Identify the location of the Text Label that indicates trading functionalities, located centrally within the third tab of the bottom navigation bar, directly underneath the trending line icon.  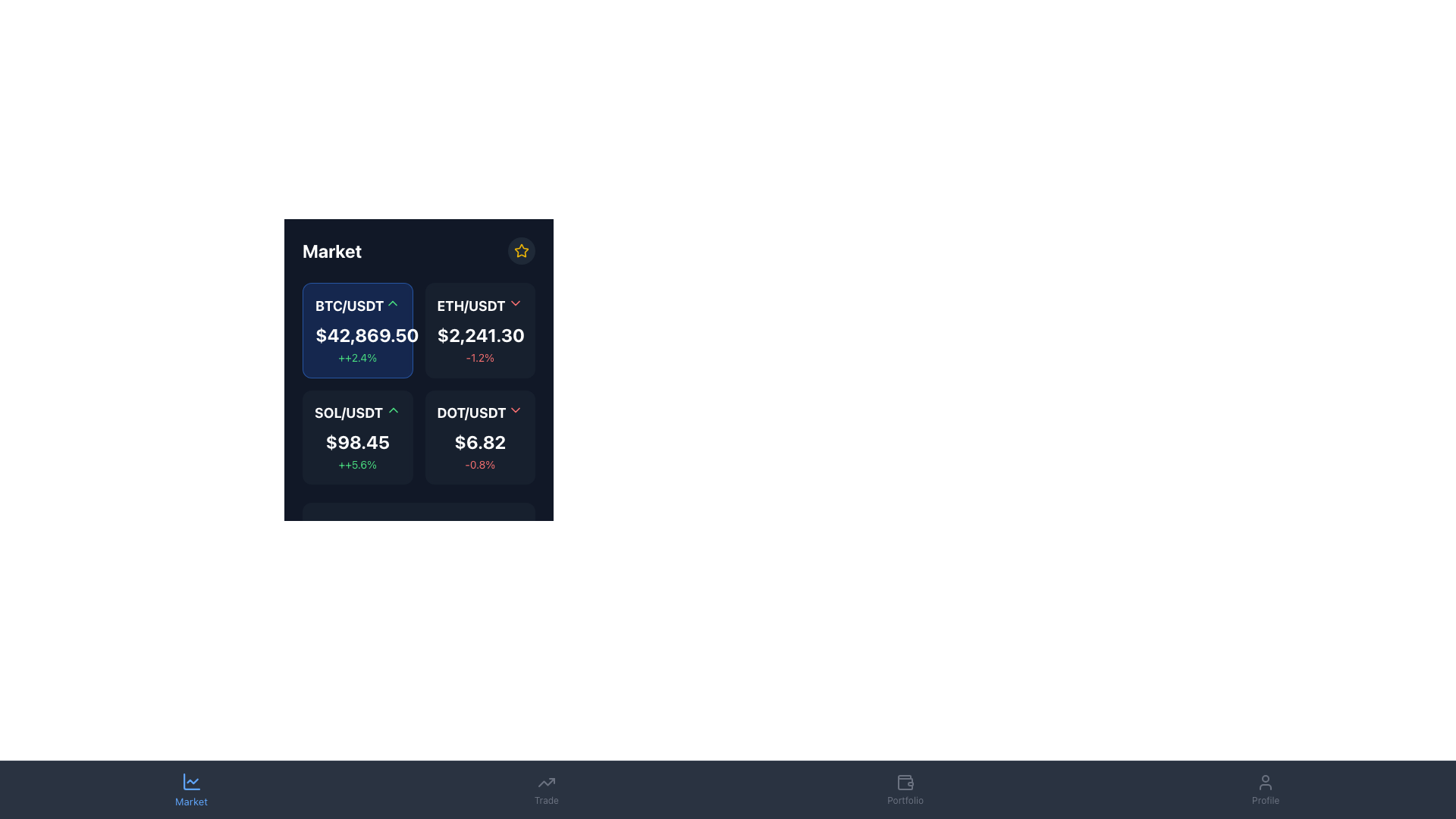
(546, 800).